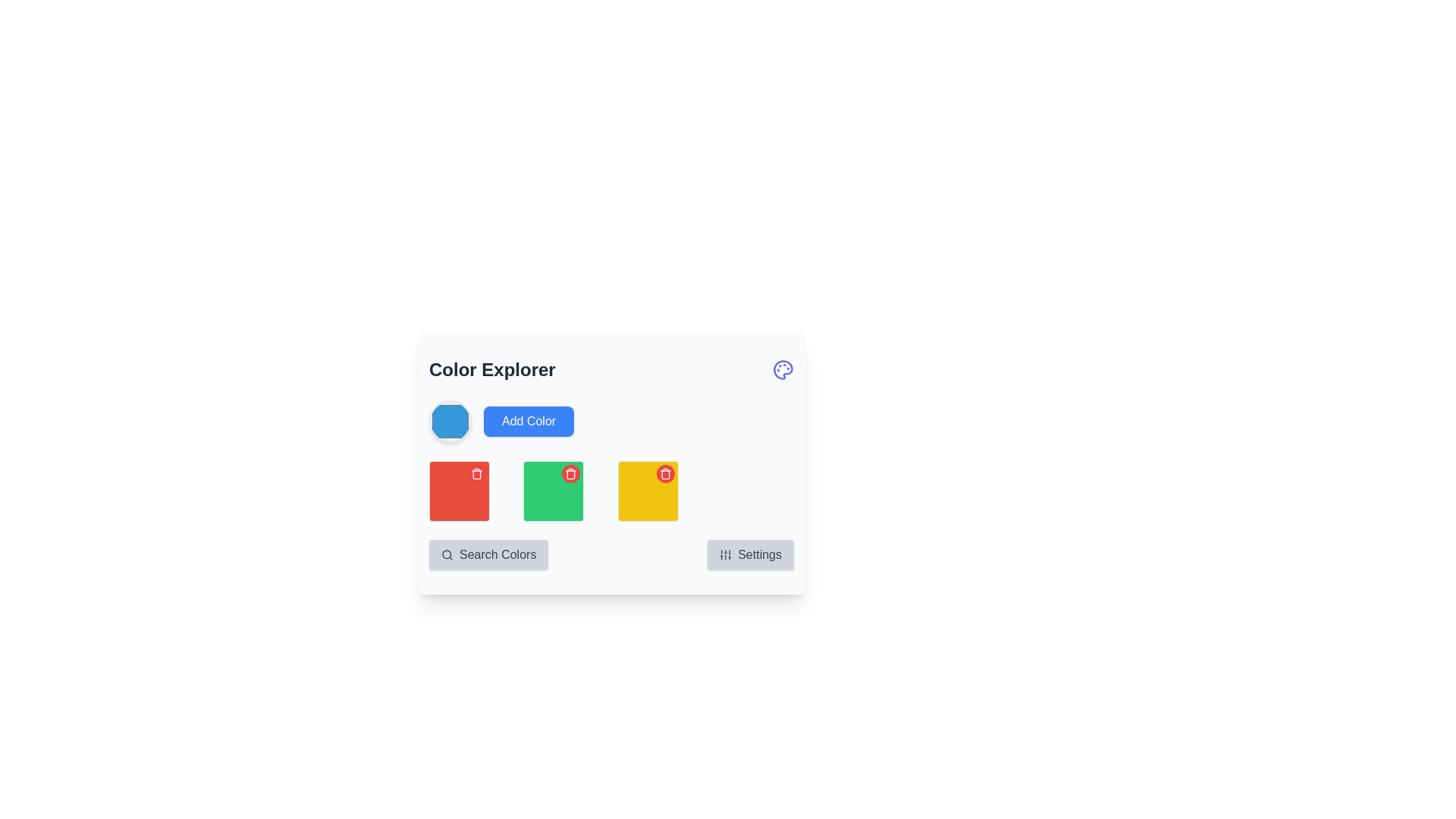  What do you see at coordinates (446, 554) in the screenshot?
I see `the decorative circle of the magnifying glass icon that represents the 'search' action, which is part of the 'Search Colors' button` at bounding box center [446, 554].